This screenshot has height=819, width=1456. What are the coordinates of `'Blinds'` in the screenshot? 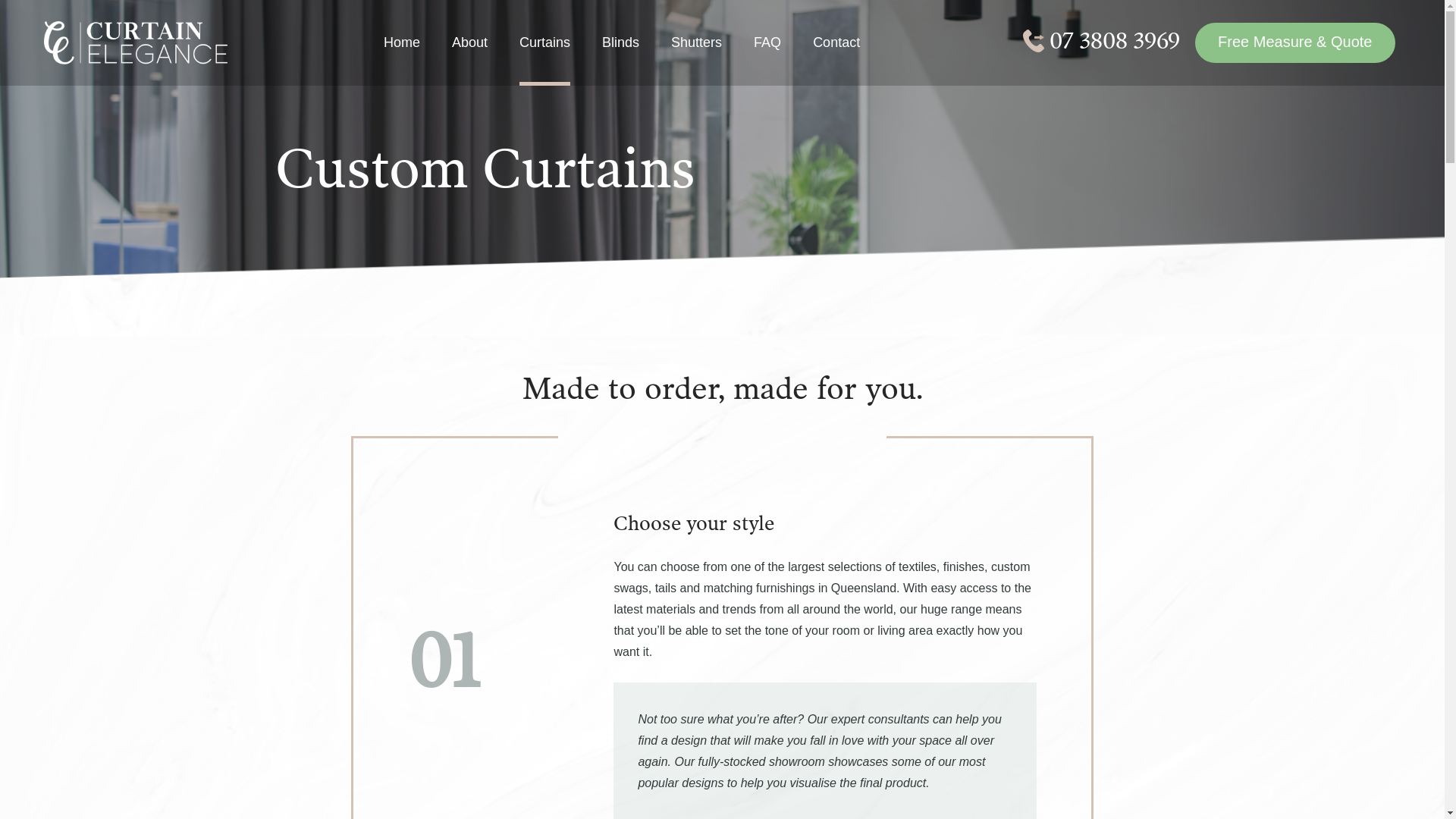 It's located at (620, 58).